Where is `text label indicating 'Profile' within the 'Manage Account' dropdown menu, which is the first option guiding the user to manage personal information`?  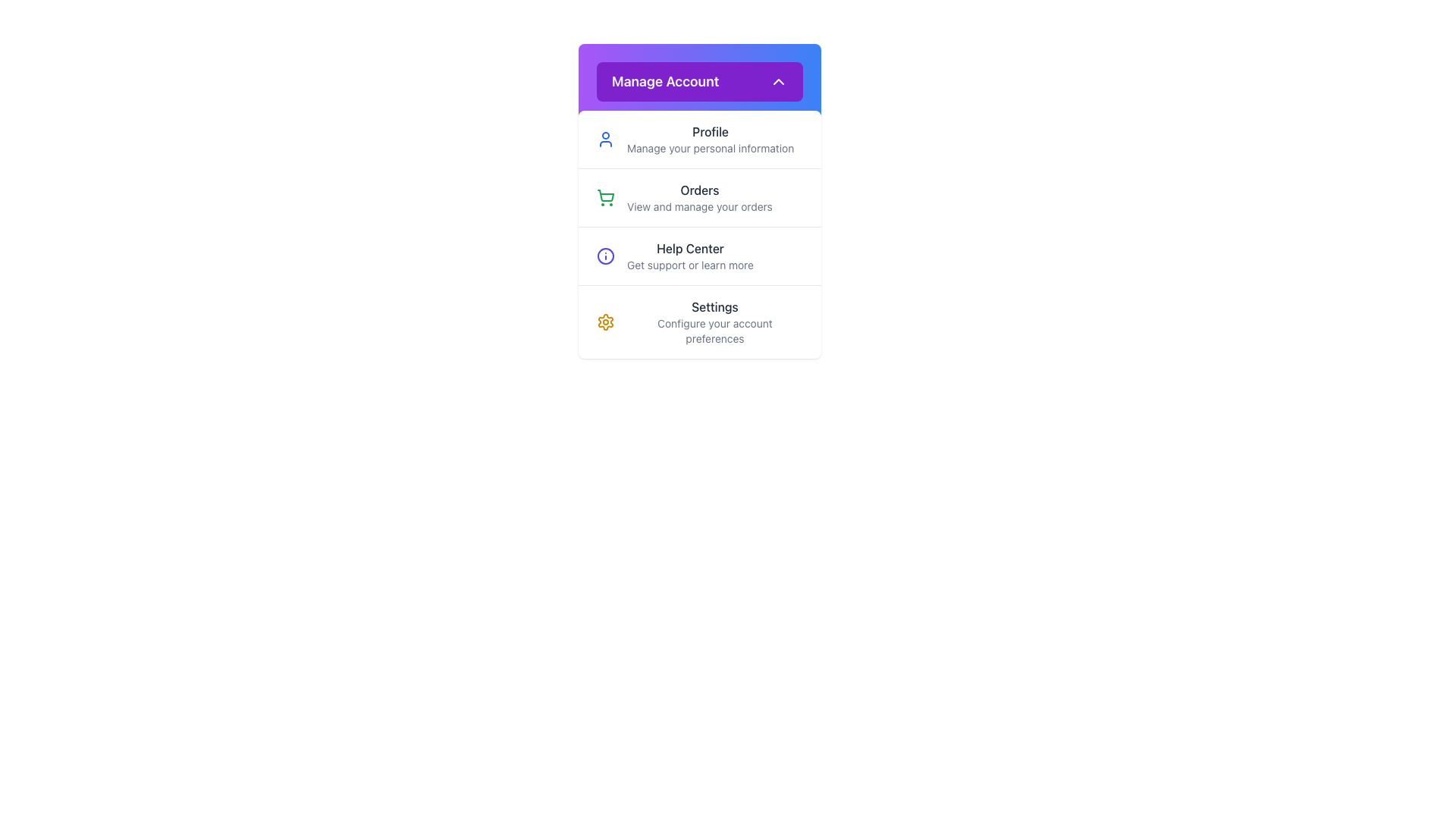
text label indicating 'Profile' within the 'Manage Account' dropdown menu, which is the first option guiding the user to manage personal information is located at coordinates (710, 130).